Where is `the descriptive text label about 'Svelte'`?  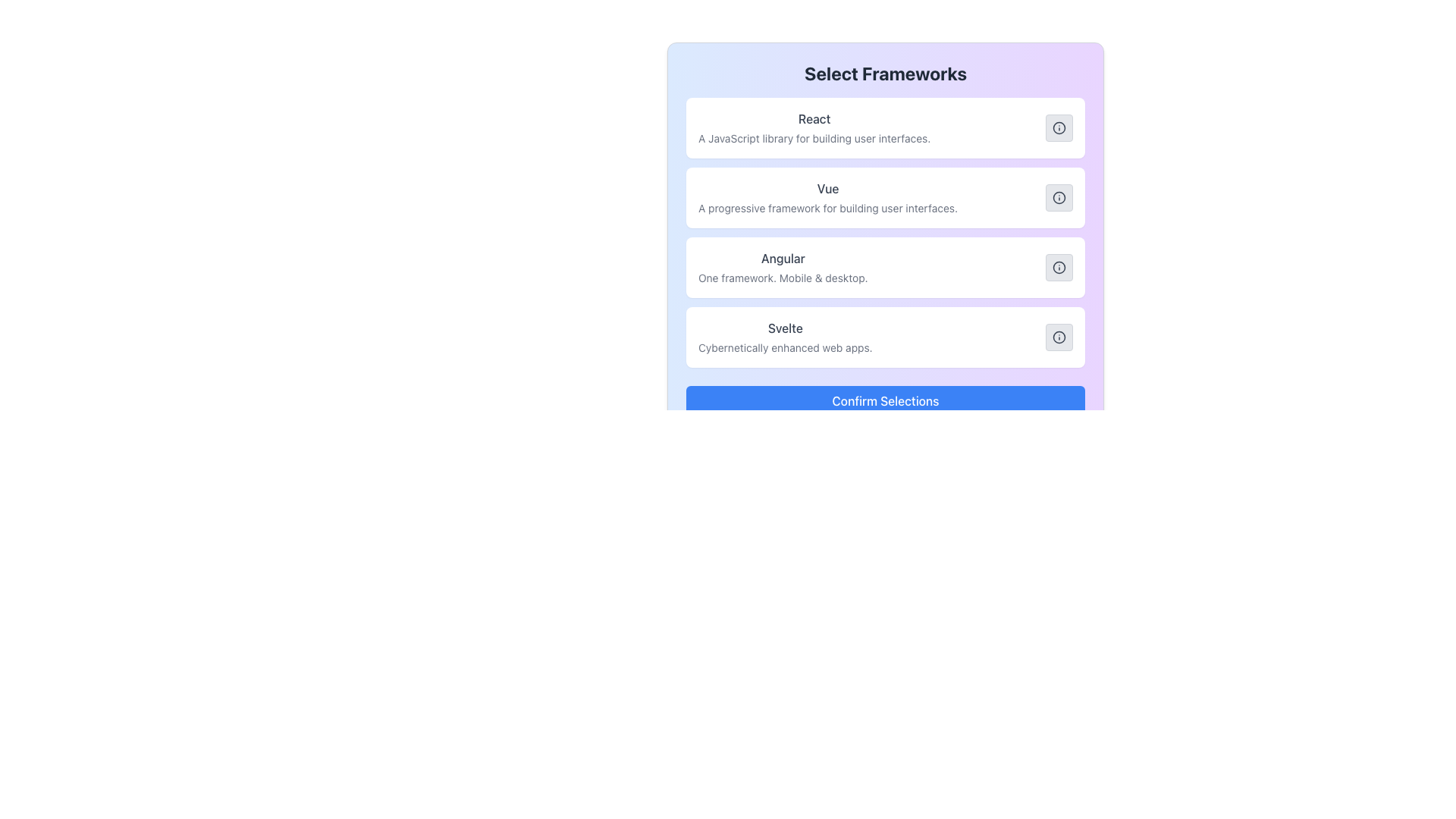 the descriptive text label about 'Svelte' is located at coordinates (785, 348).